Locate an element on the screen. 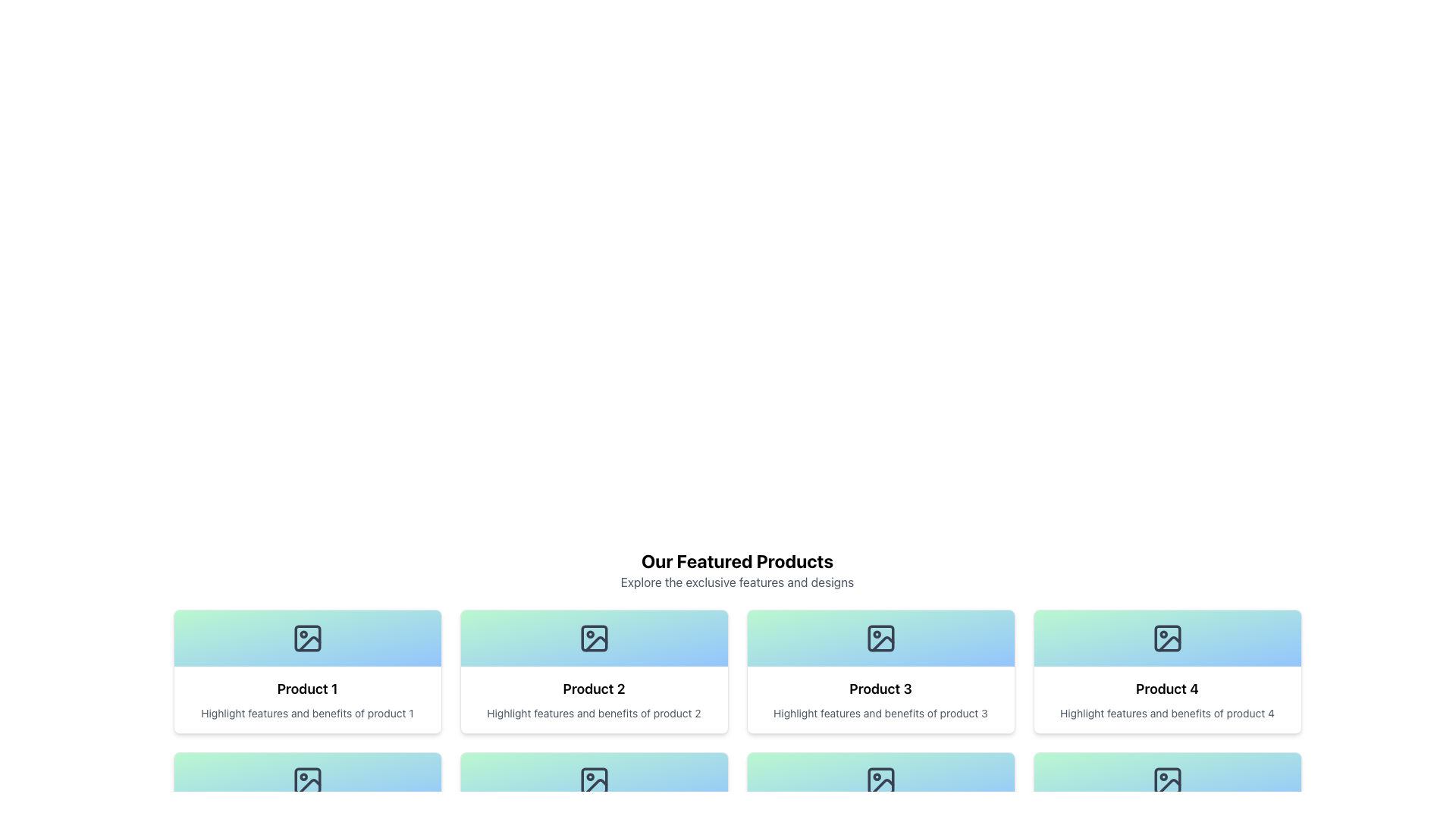 The height and width of the screenshot is (819, 1456). the text label that reads 'Highlight features and benefits of product 3', which is styled in a smaller font size and light gray color, positioned under the bold heading 'Product 3' within the card component is located at coordinates (880, 714).